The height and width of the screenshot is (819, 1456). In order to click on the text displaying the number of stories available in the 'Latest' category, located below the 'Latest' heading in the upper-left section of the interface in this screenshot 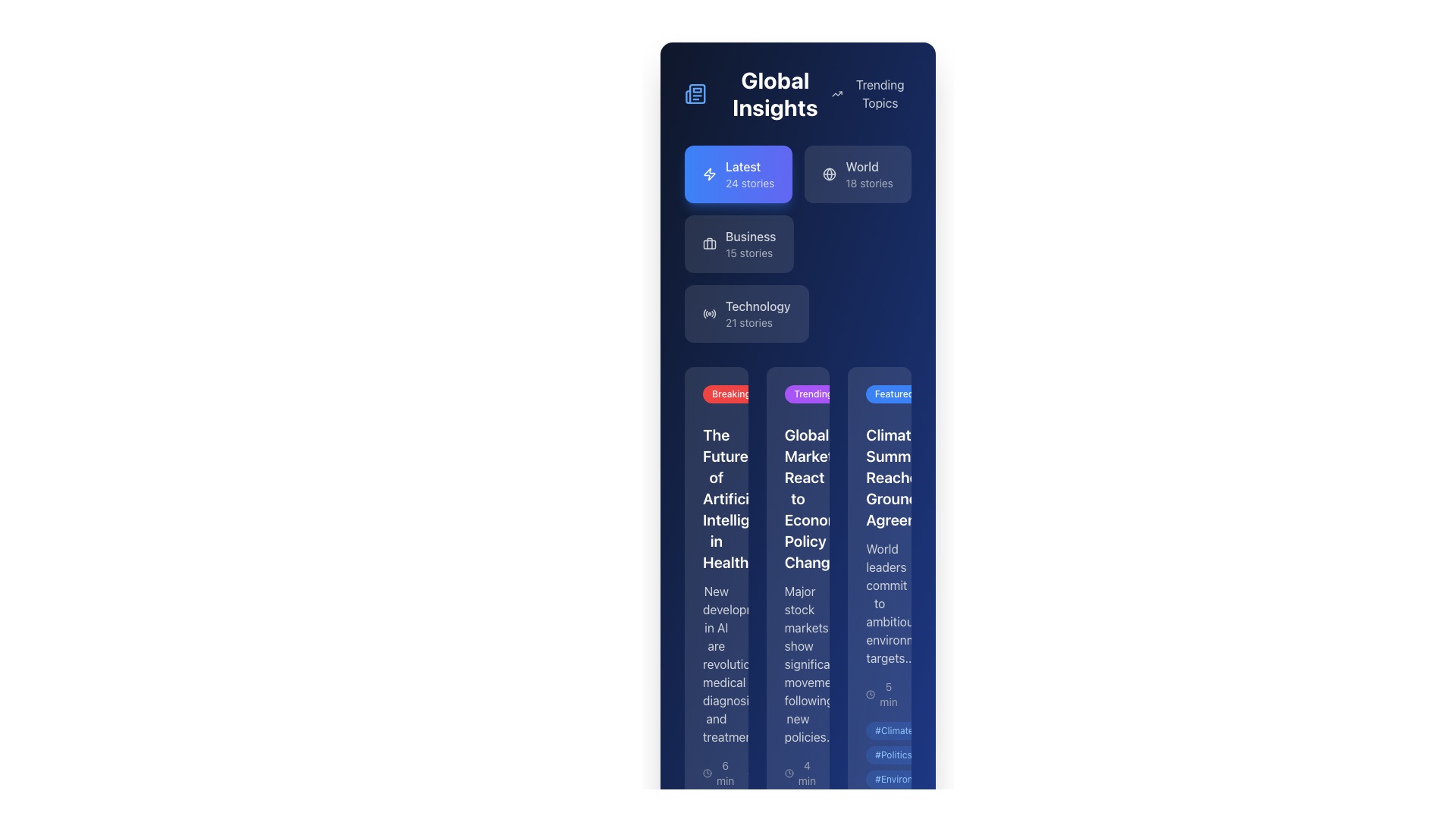, I will do `click(750, 183)`.